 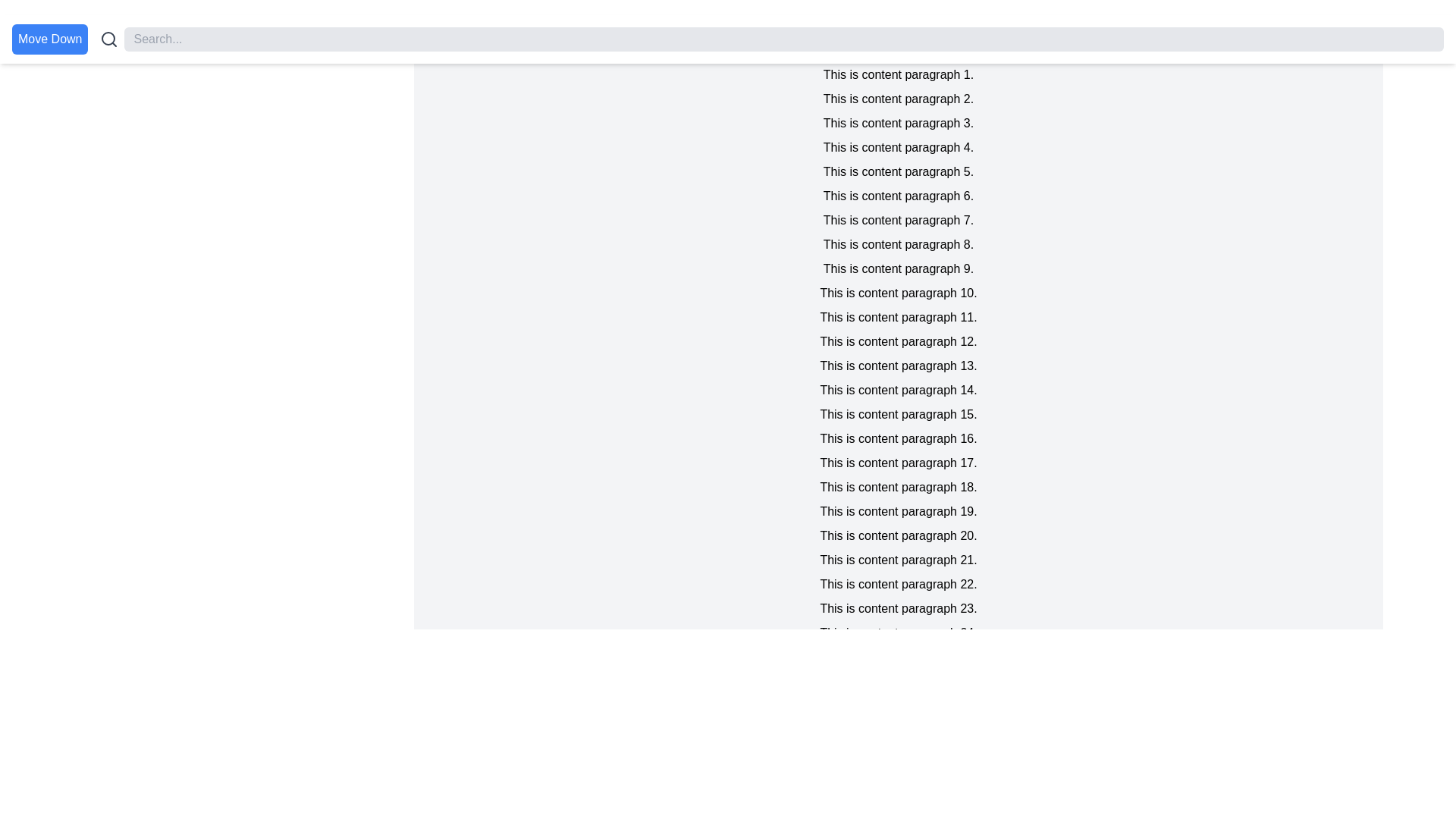 What do you see at coordinates (899, 148) in the screenshot?
I see `the fourth paragraph text block that serves as a static representation of information in a sequential list of text blocks` at bounding box center [899, 148].